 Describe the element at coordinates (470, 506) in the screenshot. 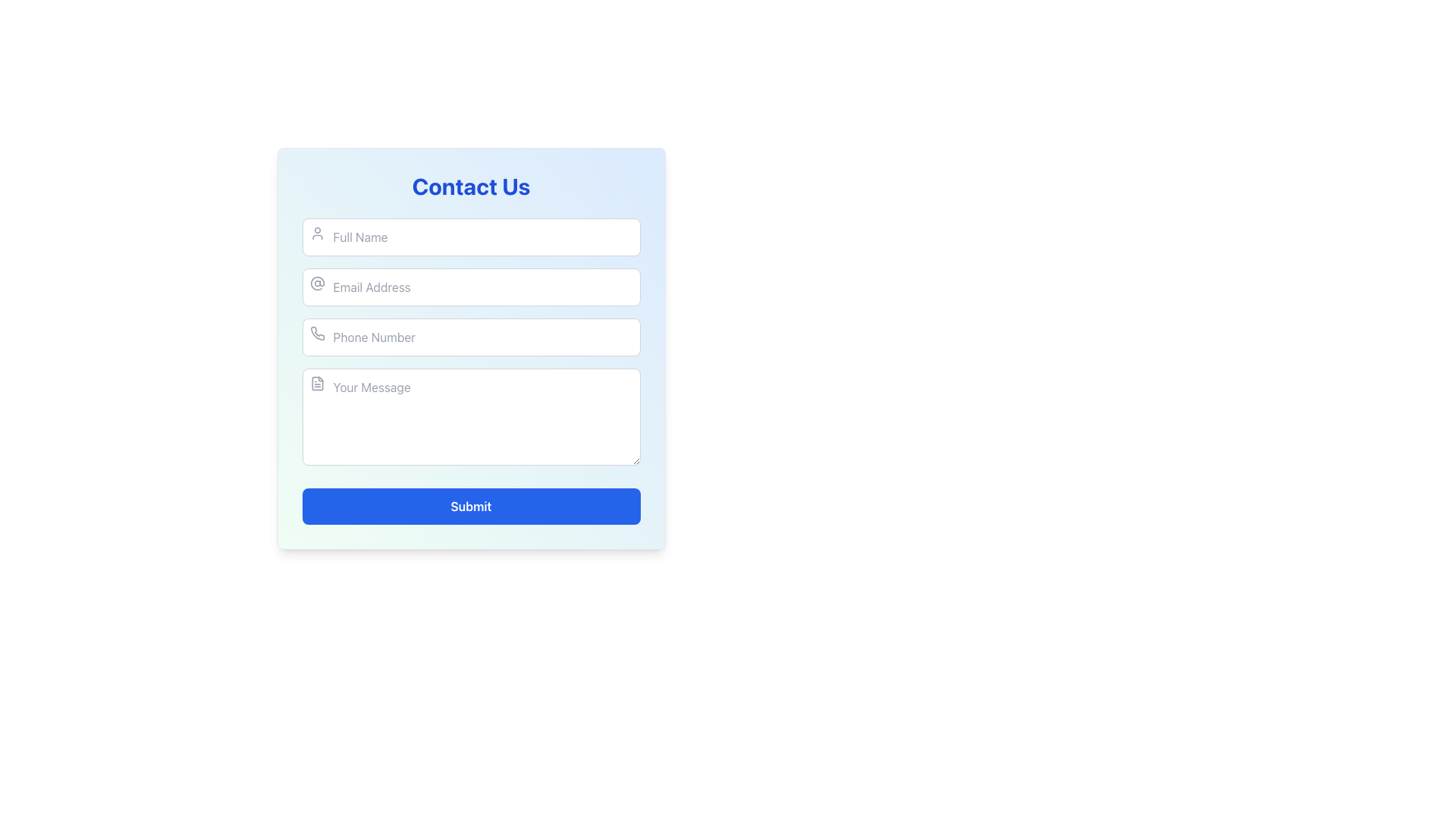

I see `the 'Submit' button with a blue background located at the bottom of the 'Contact Us' form` at that location.